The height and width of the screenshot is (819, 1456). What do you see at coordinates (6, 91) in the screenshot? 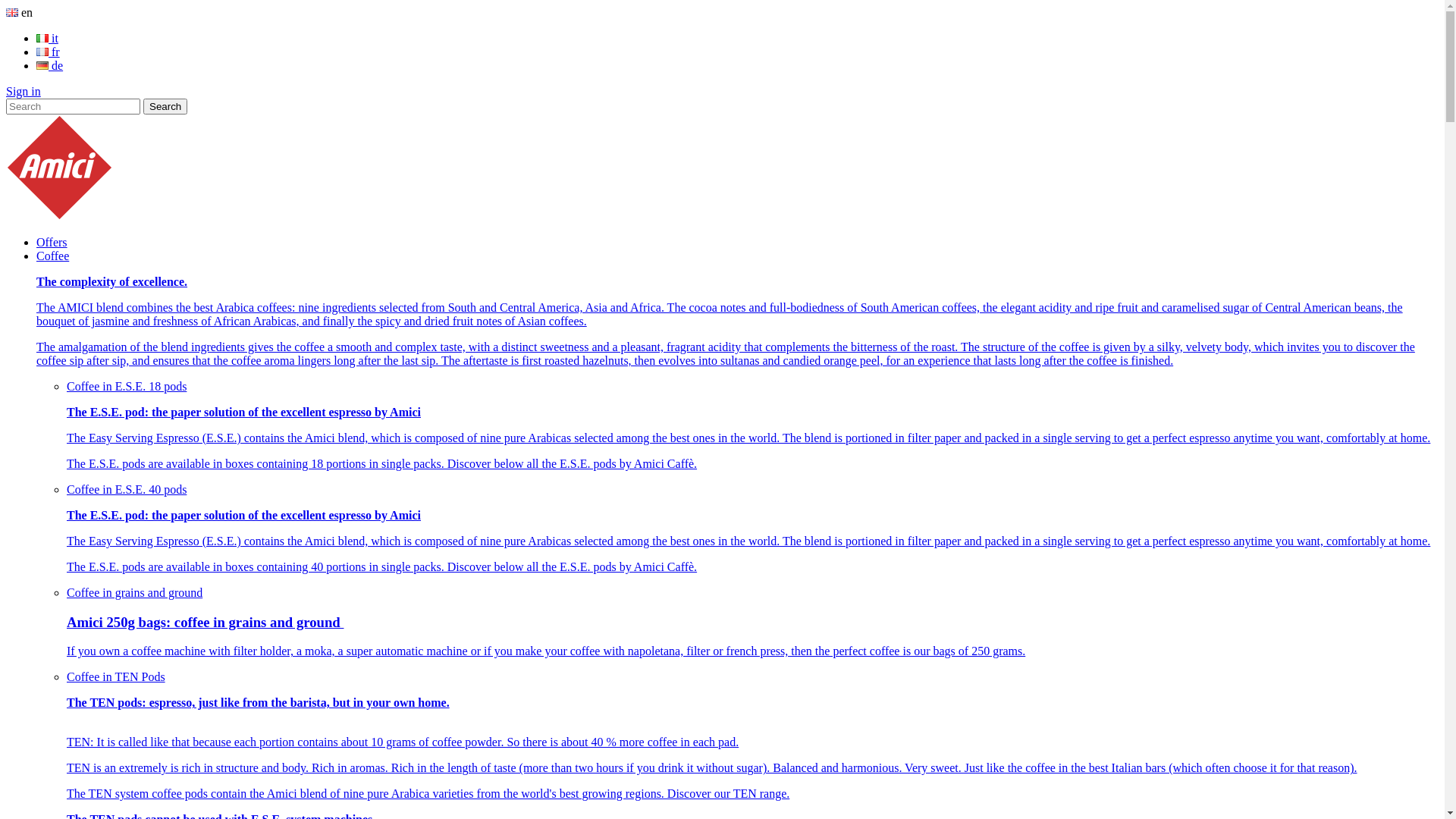
I see `'Sign in'` at bounding box center [6, 91].